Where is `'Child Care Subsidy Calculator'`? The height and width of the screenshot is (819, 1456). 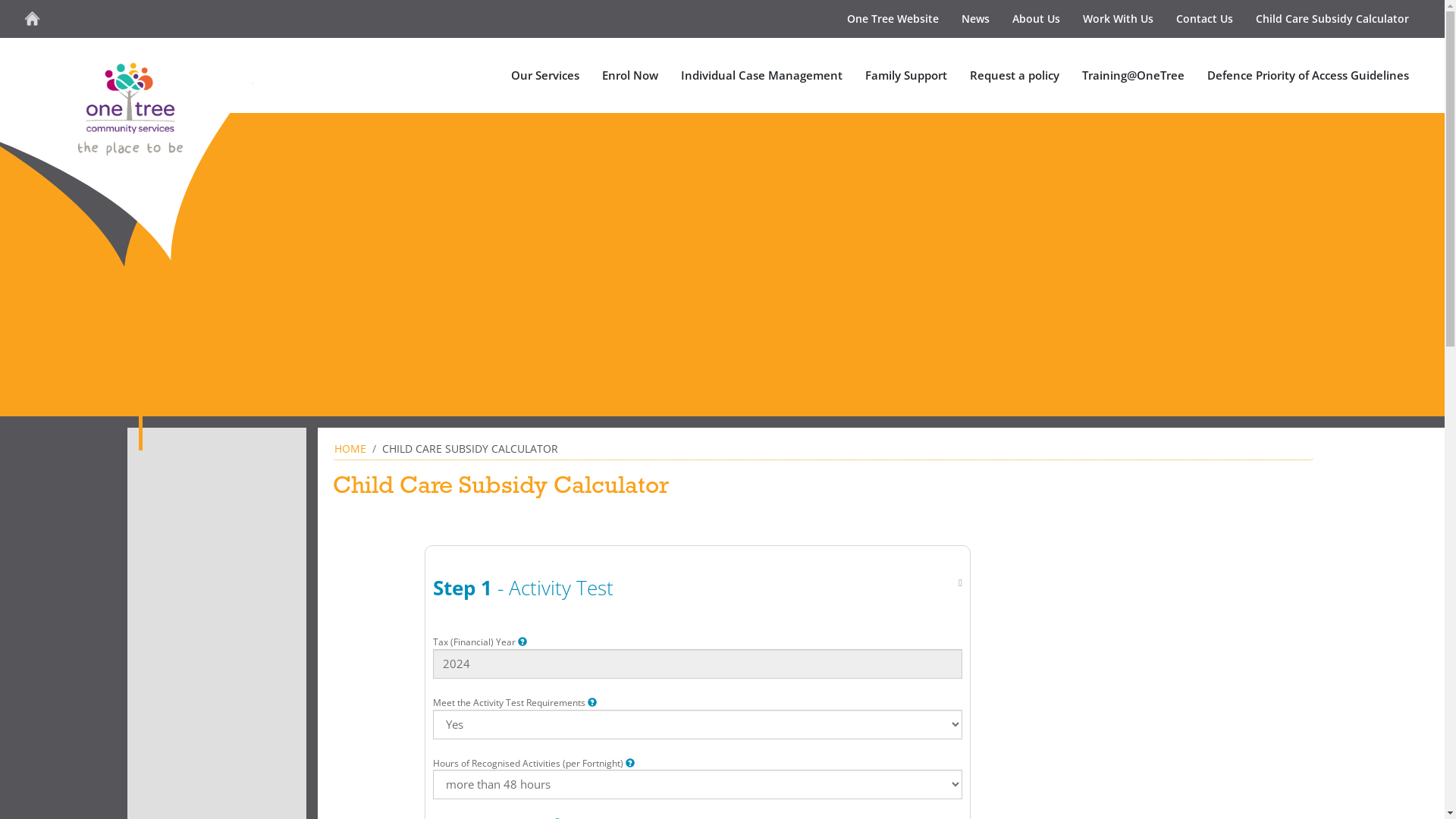
'Child Care Subsidy Calculator' is located at coordinates (1244, 18).